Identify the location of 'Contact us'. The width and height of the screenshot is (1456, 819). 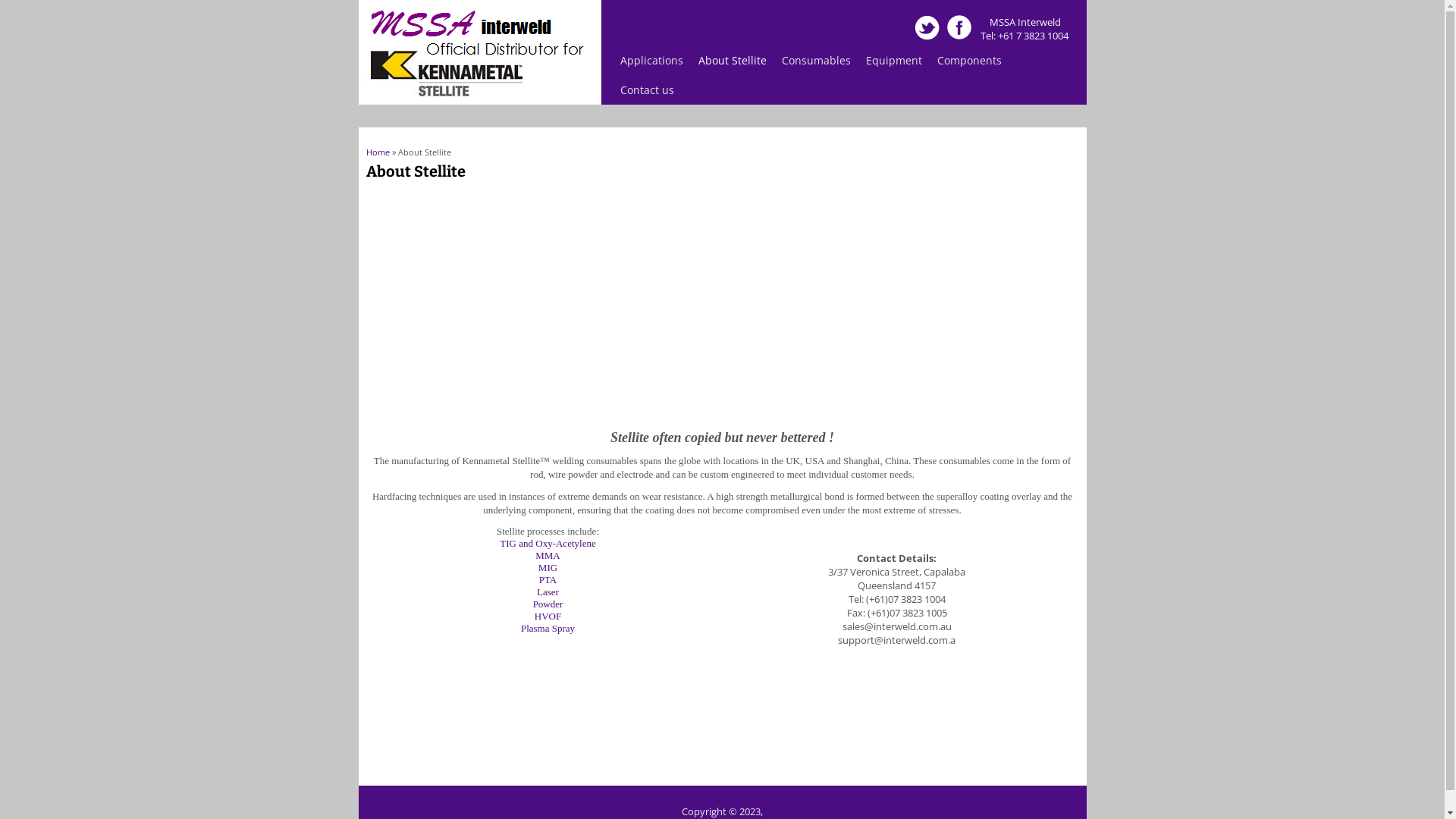
(647, 89).